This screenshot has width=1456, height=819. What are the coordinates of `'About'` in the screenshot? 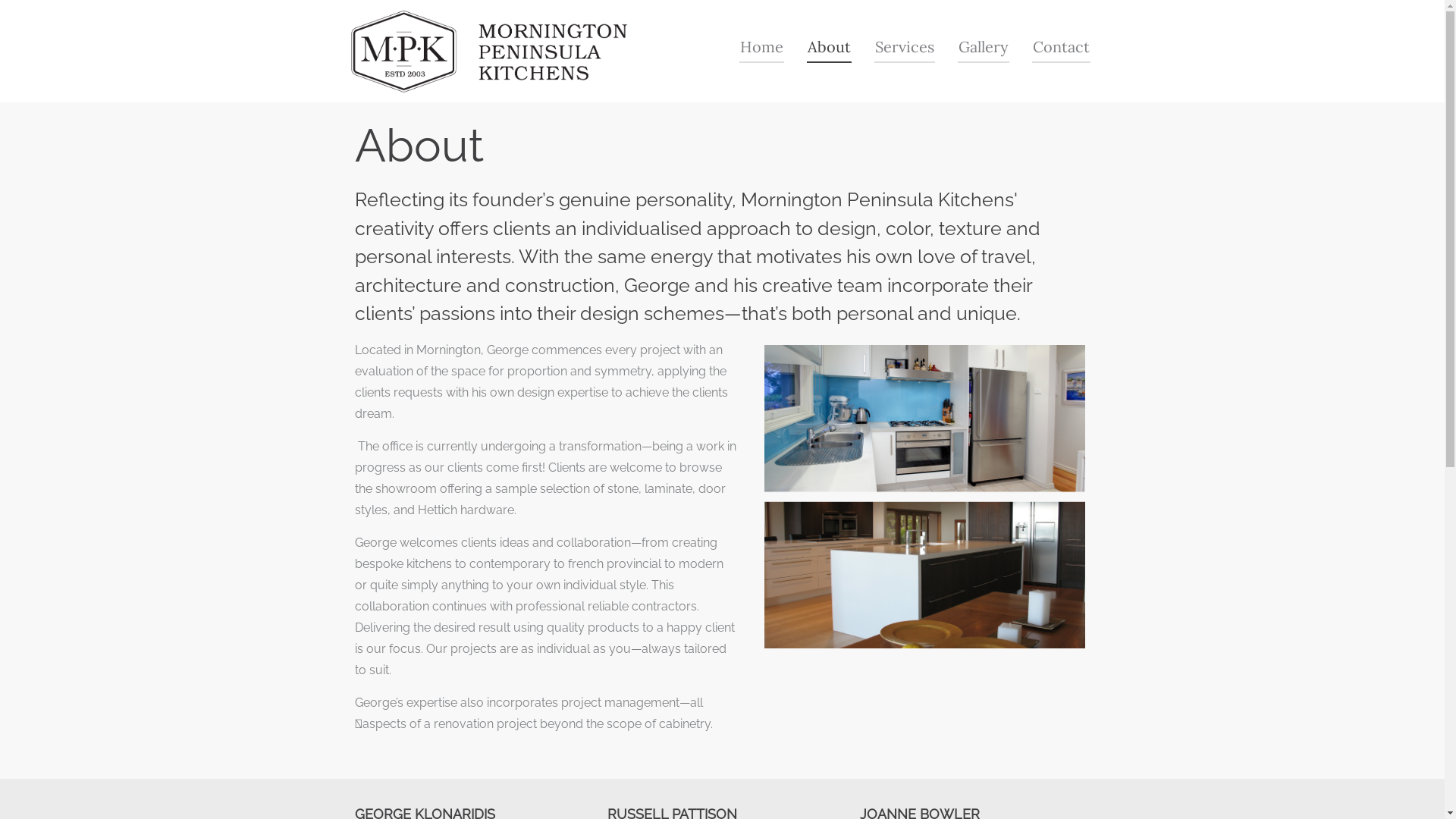 It's located at (828, 46).